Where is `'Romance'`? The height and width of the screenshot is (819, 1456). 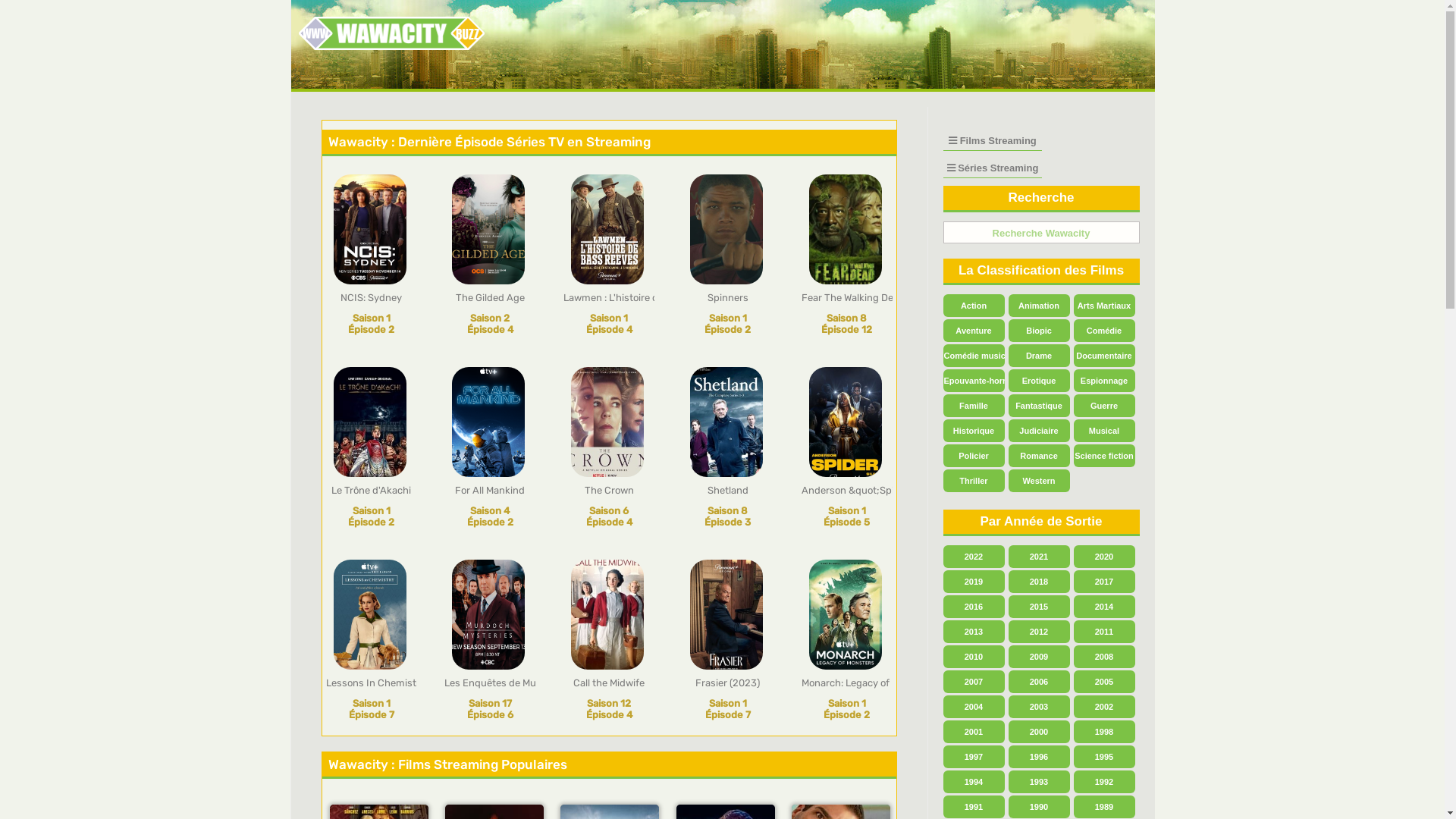
'Romance' is located at coordinates (1008, 455).